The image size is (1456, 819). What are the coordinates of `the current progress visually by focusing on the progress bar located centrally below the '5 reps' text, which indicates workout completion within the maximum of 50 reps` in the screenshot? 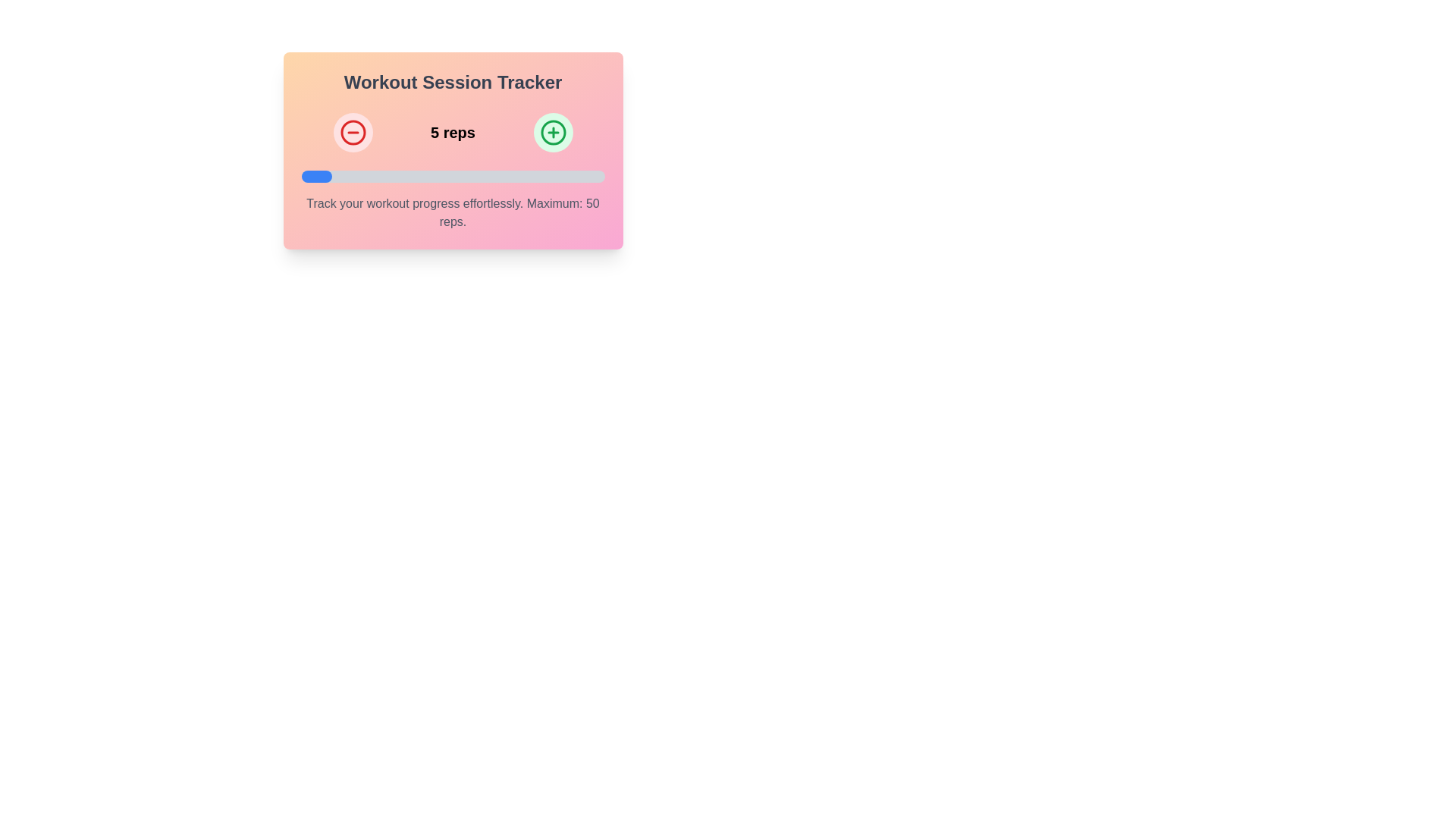 It's located at (452, 175).